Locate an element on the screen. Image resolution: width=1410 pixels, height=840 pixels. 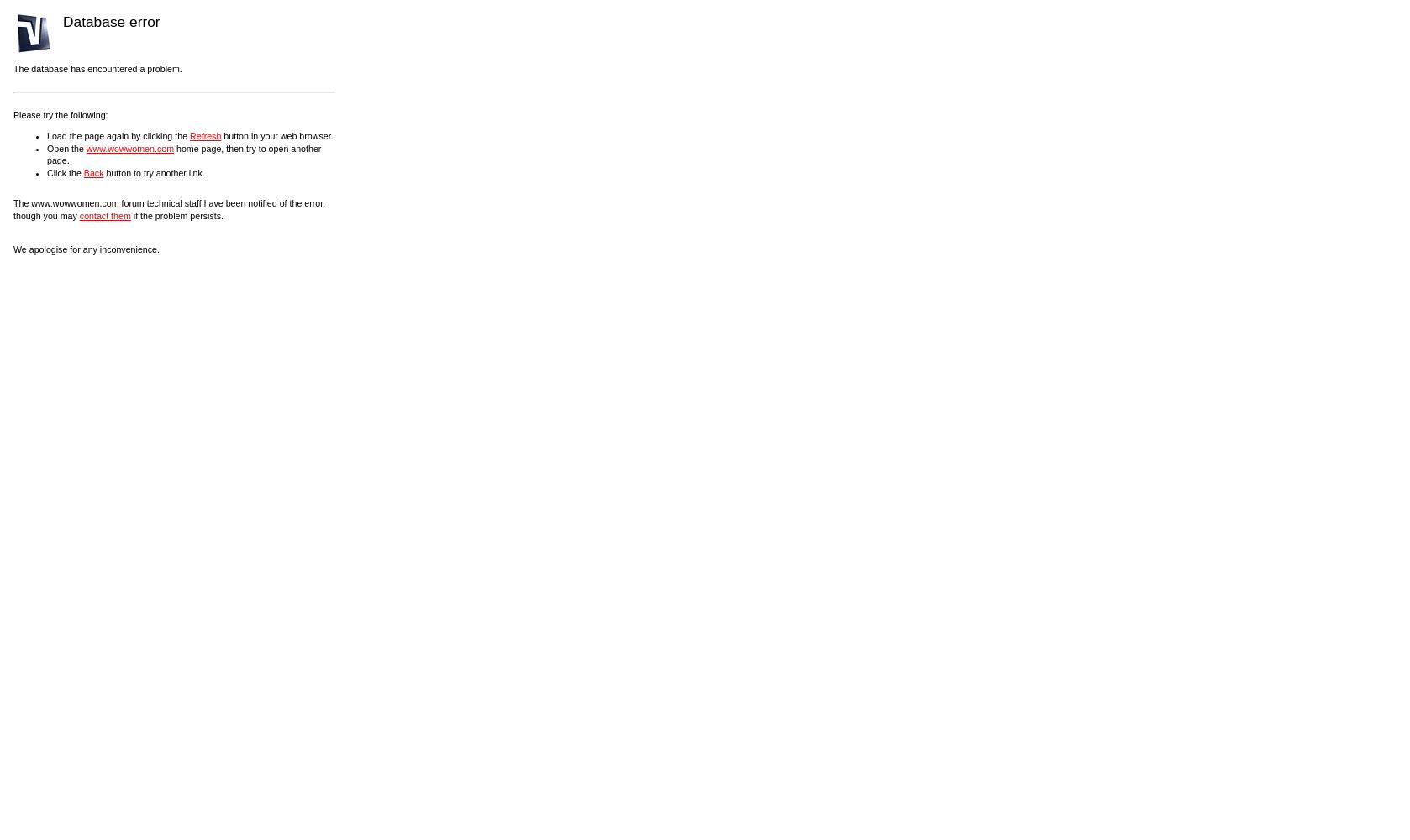
'The www.wowwomen.com forum technical staff have been notified of the error, though you may' is located at coordinates (13, 208).